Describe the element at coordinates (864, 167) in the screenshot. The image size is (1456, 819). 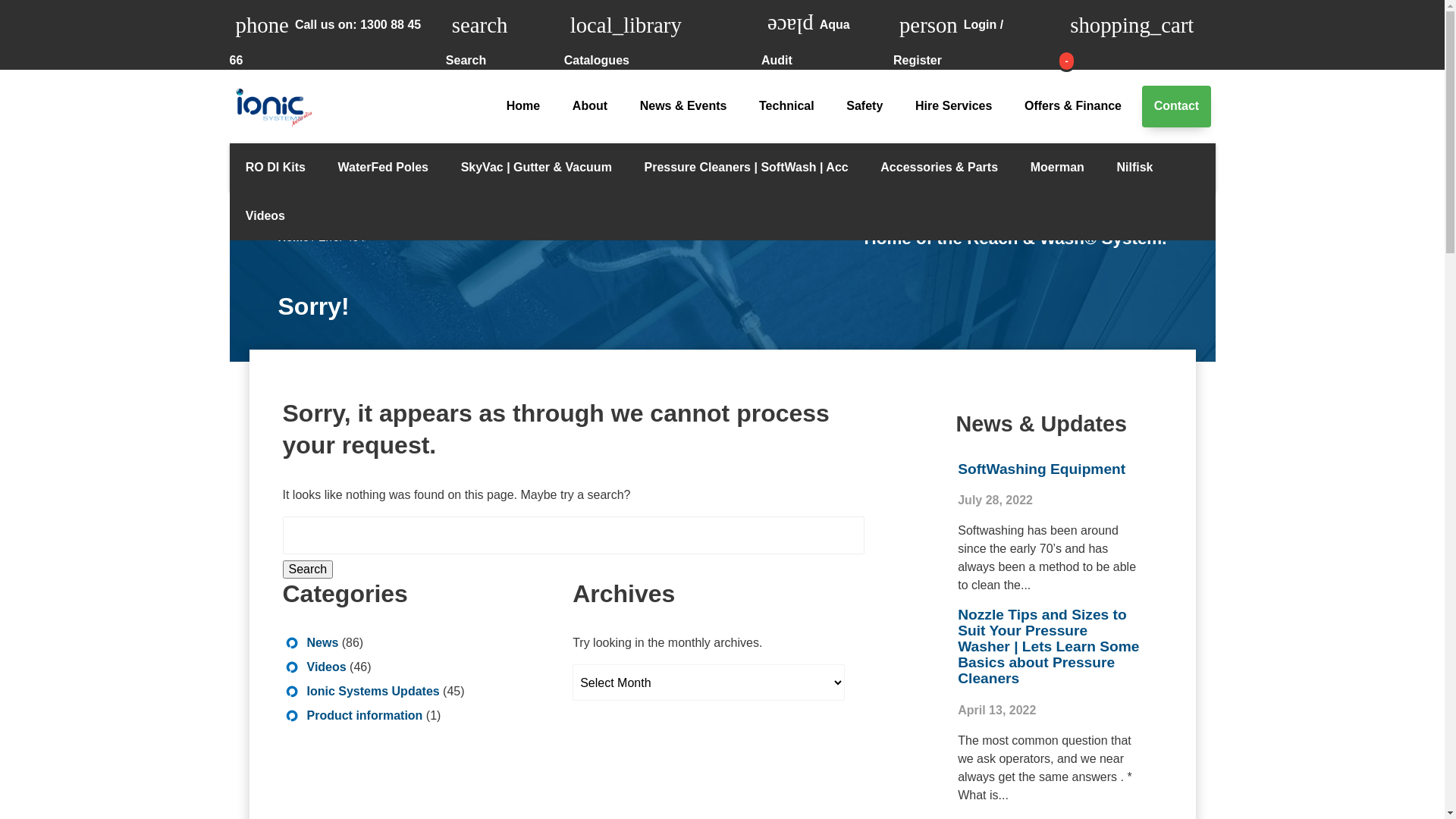
I see `'Accessories & Parts'` at that location.